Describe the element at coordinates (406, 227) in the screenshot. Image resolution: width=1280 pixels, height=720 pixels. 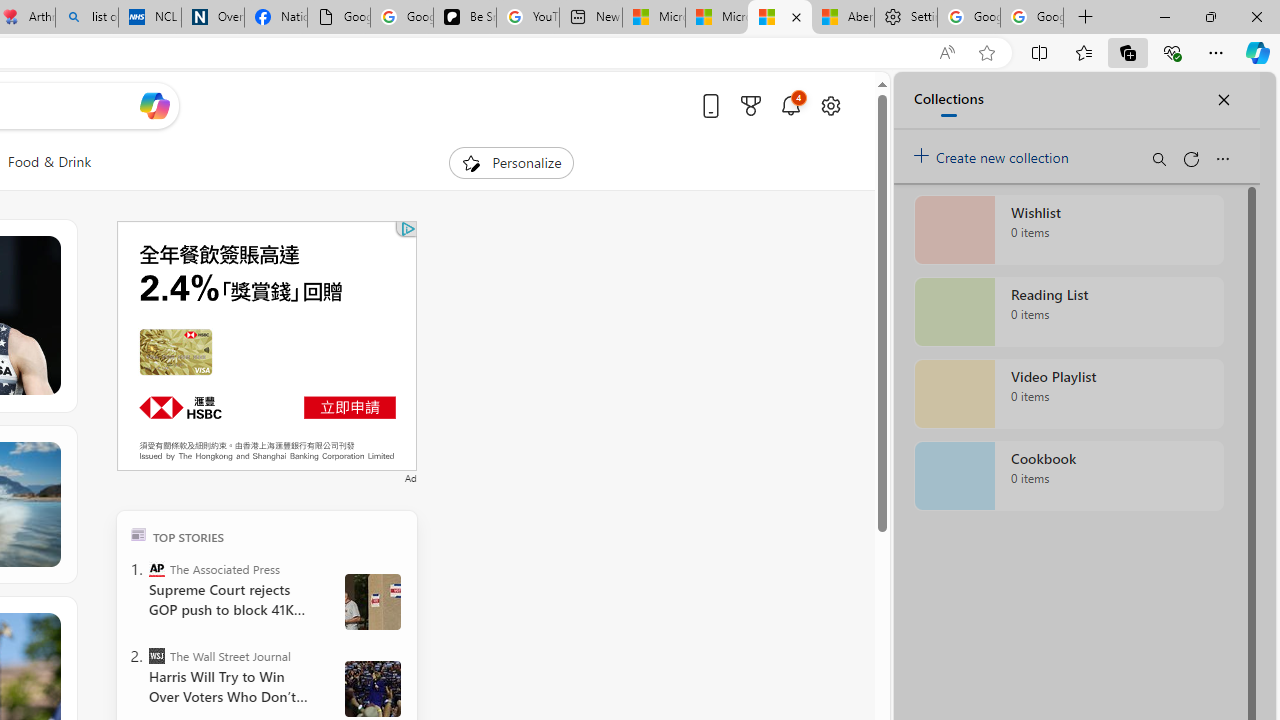
I see `'Class: qc-adchoices-link top-right '` at that location.